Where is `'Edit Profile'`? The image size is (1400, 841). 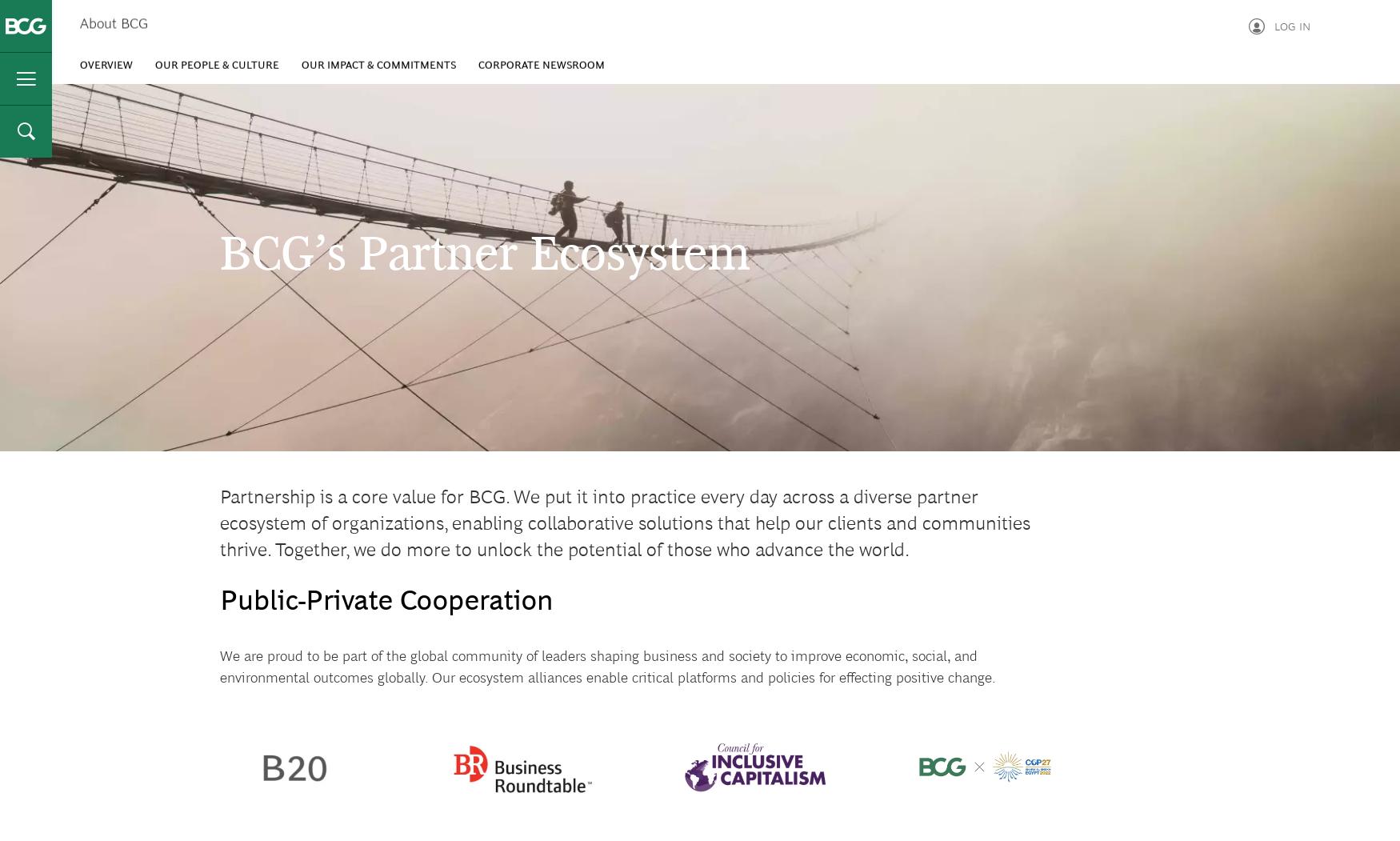 'Edit Profile' is located at coordinates (1193, 115).